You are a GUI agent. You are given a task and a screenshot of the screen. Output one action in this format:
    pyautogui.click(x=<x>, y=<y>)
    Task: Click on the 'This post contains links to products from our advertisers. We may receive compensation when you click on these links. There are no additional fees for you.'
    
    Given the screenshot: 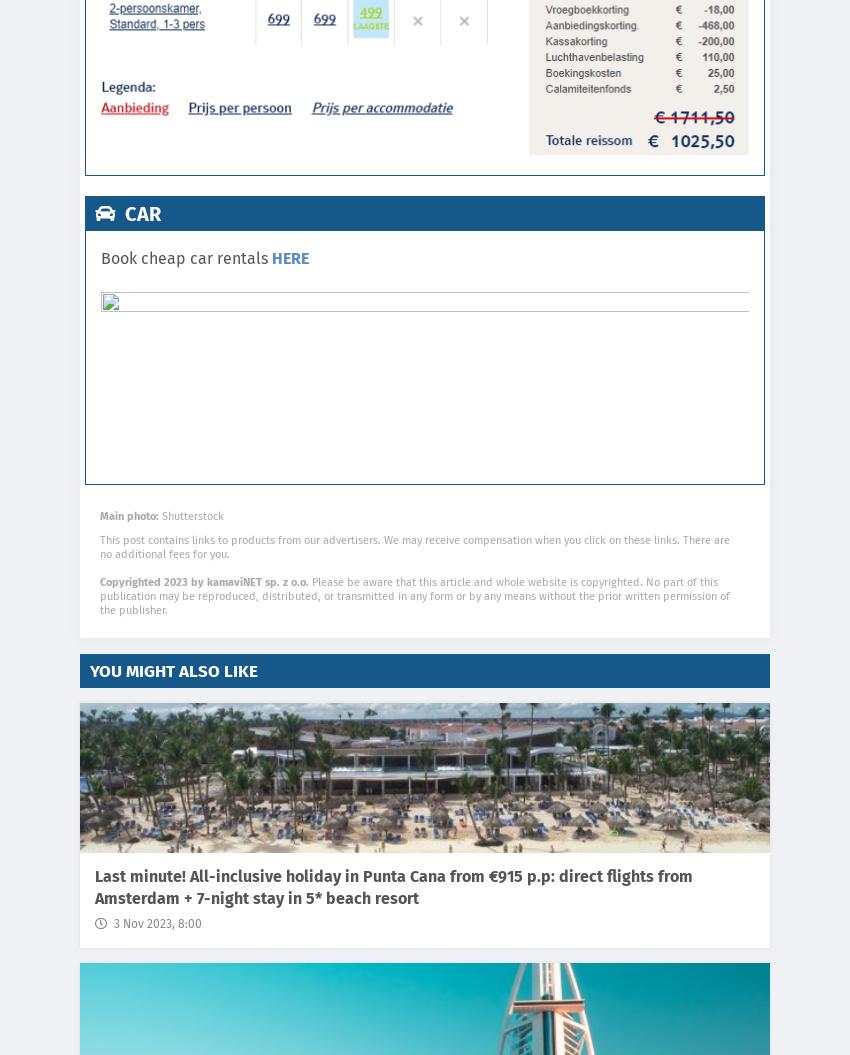 What is the action you would take?
    pyautogui.click(x=414, y=546)
    